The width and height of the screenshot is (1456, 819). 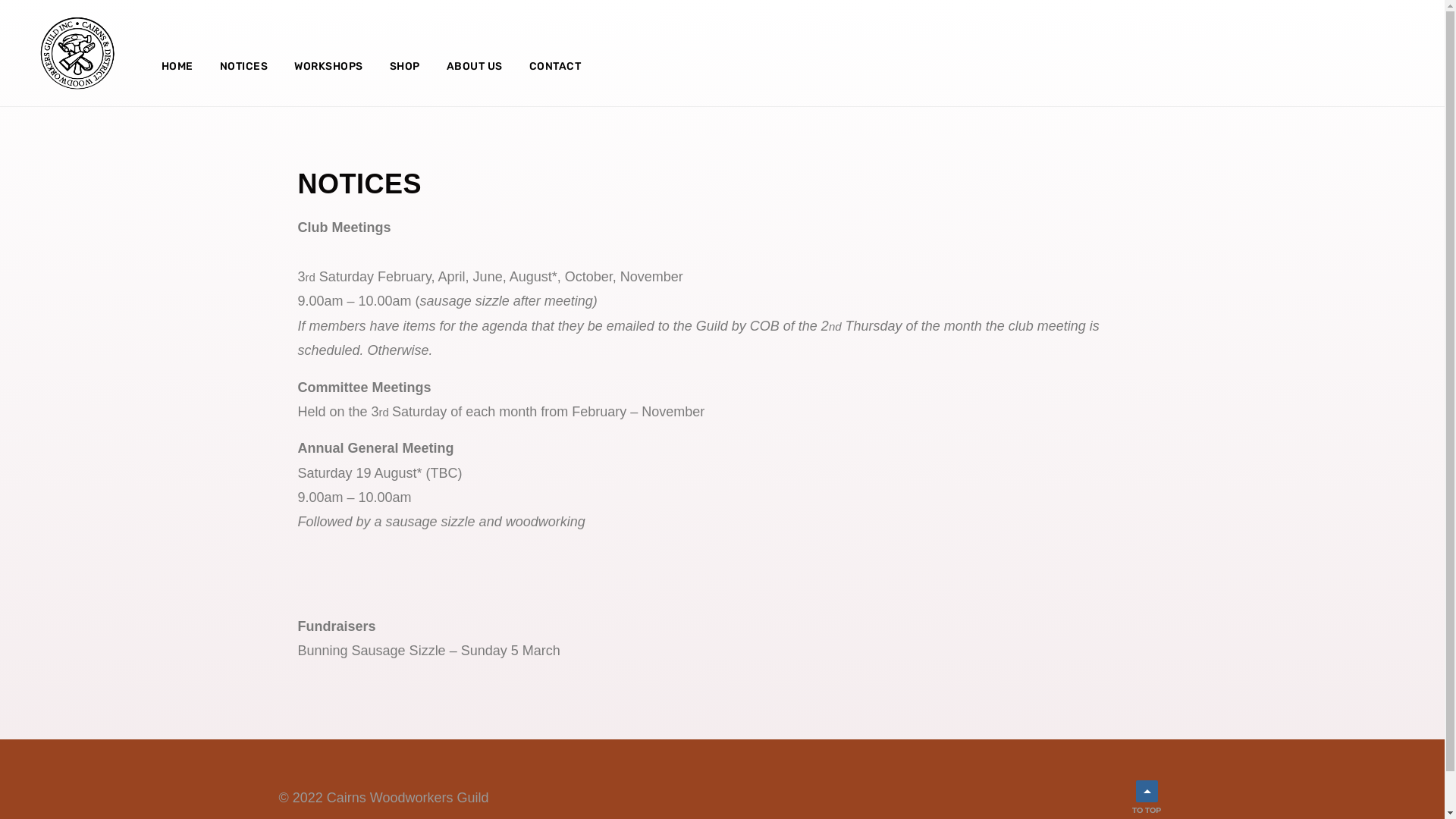 I want to click on 'CONTACT', so click(x=554, y=66).